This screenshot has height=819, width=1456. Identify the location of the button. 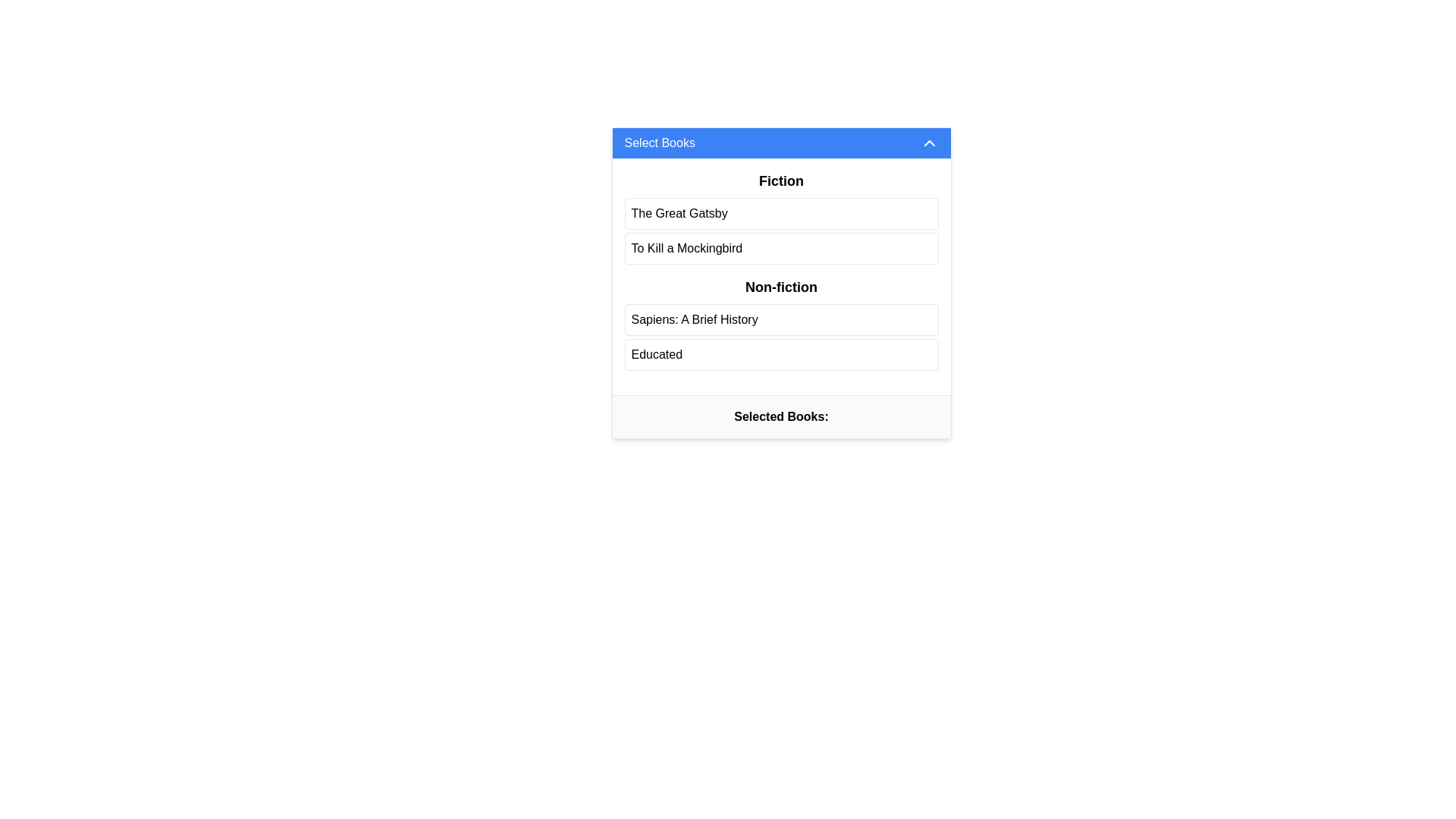
(781, 213).